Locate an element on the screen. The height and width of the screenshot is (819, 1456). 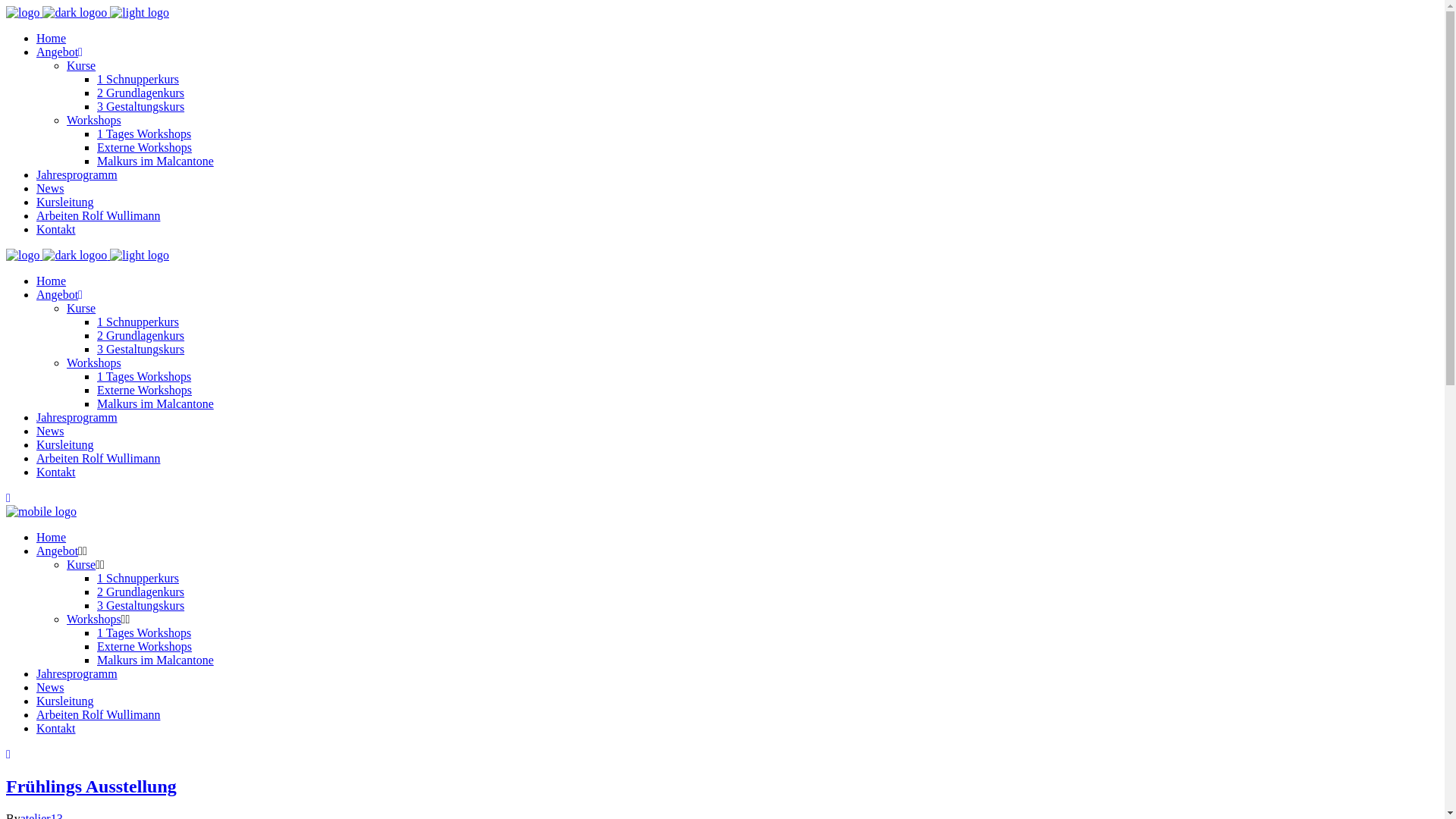
'Angebot' is located at coordinates (59, 51).